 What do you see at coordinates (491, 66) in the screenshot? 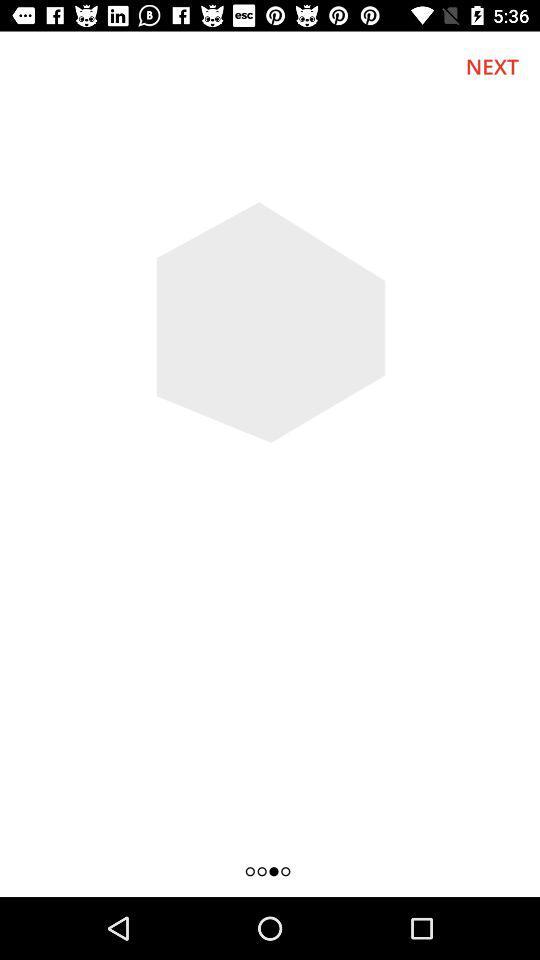
I see `next item` at bounding box center [491, 66].